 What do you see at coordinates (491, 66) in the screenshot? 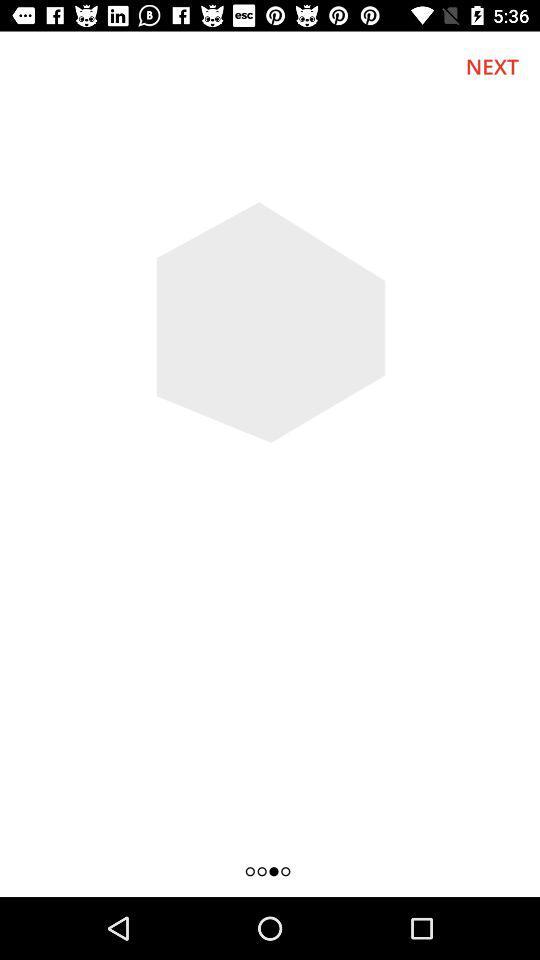
I see `next item` at bounding box center [491, 66].